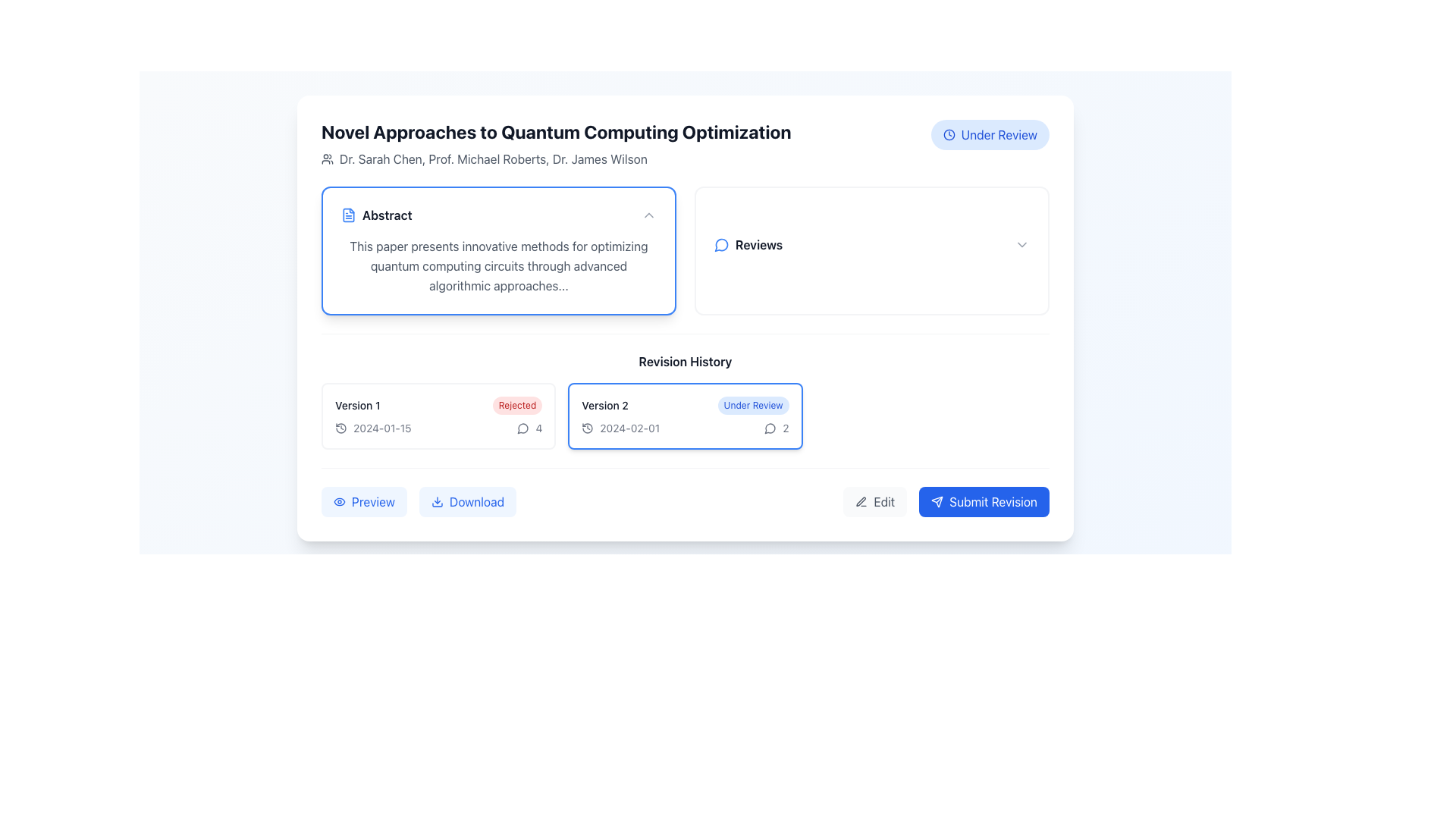  What do you see at coordinates (999, 133) in the screenshot?
I see `displayed text on the 'Under Review' text label, which is in blue font color on a light blue background, located in the top-right corner of the main content section` at bounding box center [999, 133].